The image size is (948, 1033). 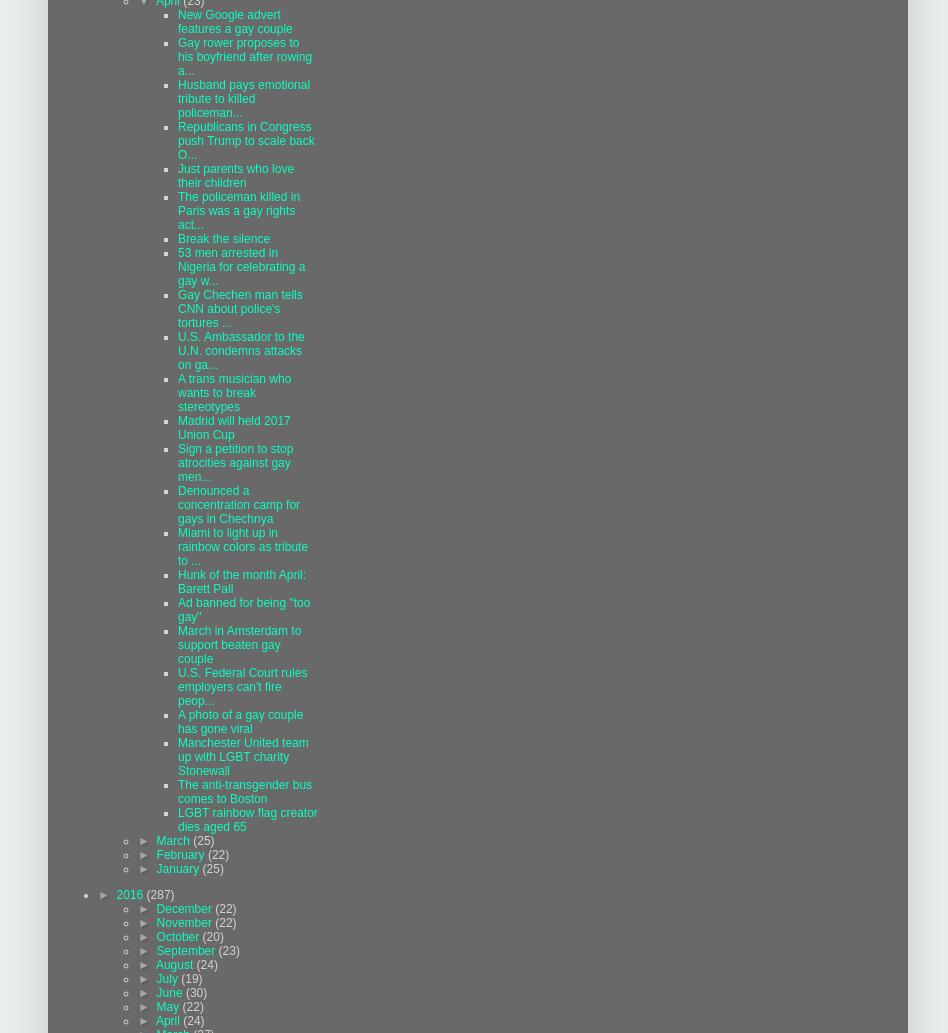 What do you see at coordinates (177, 98) in the screenshot?
I see `'Husband pays emotional tribute to killed policeman...'` at bounding box center [177, 98].